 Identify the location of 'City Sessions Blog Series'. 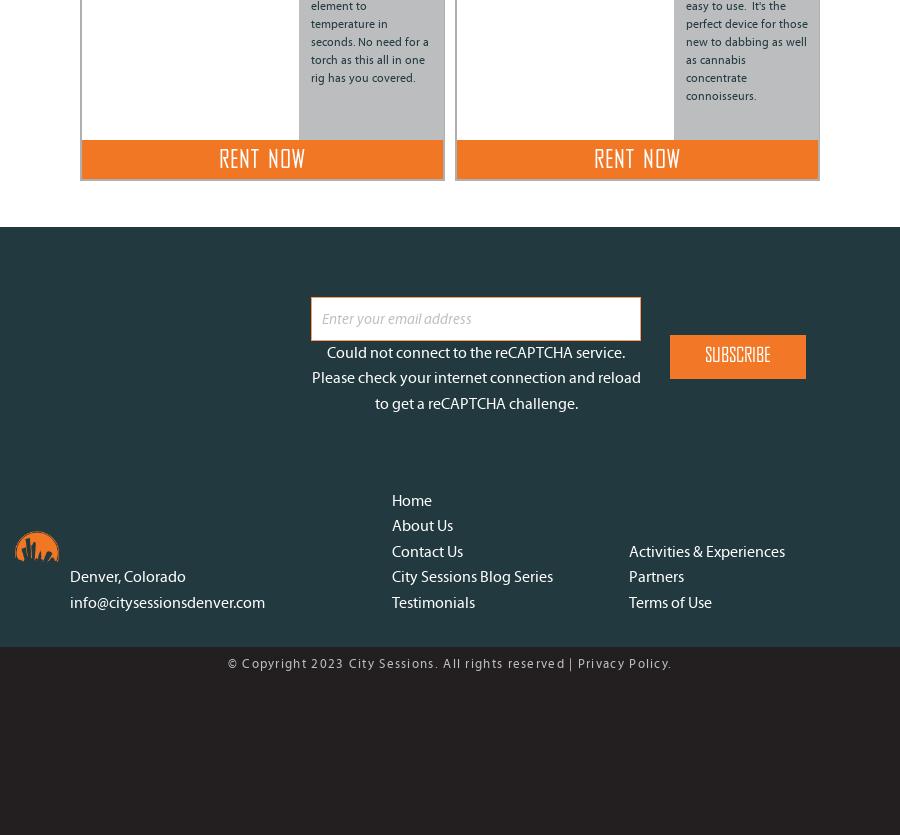
(471, 576).